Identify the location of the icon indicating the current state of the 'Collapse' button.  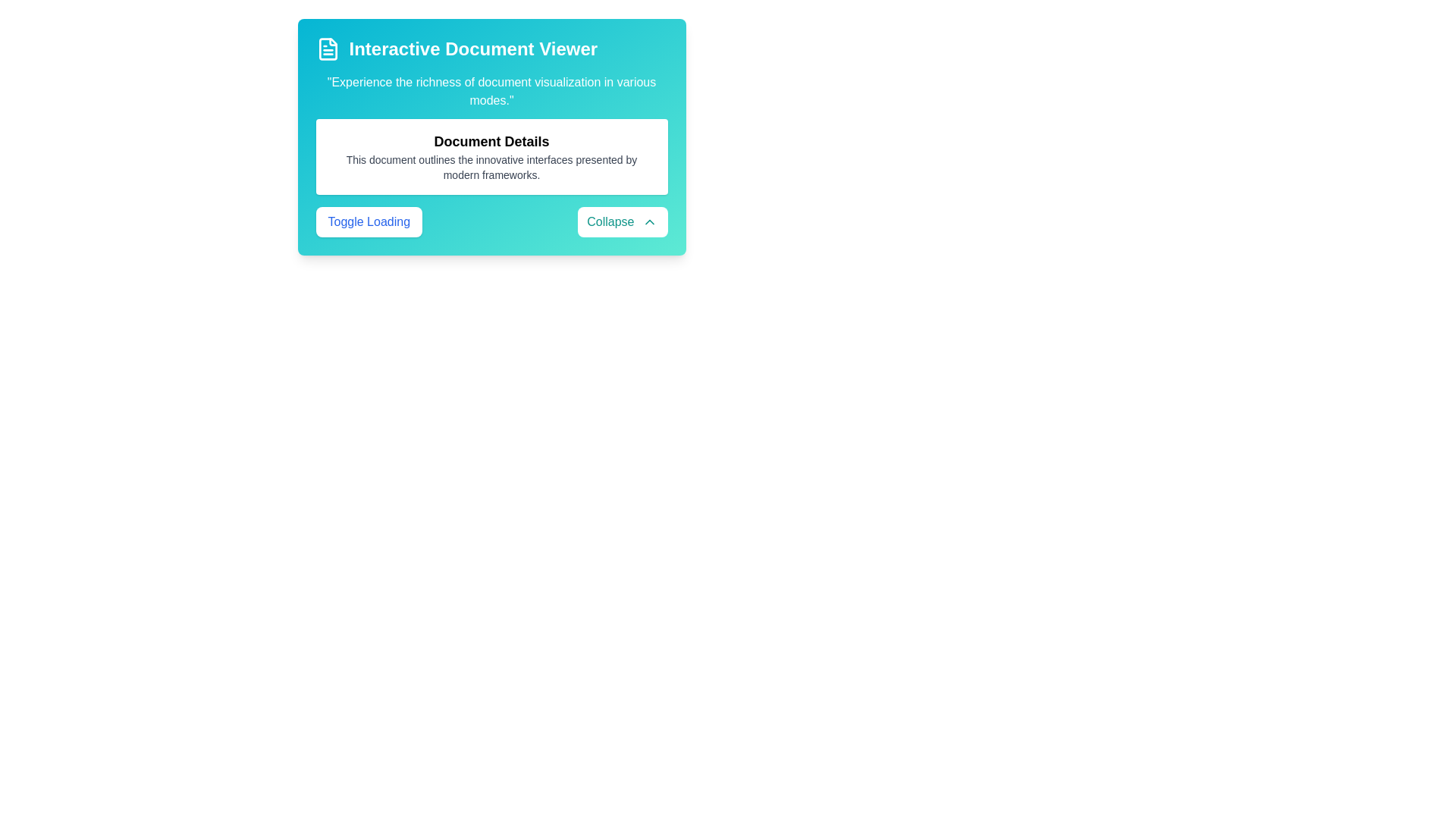
(649, 222).